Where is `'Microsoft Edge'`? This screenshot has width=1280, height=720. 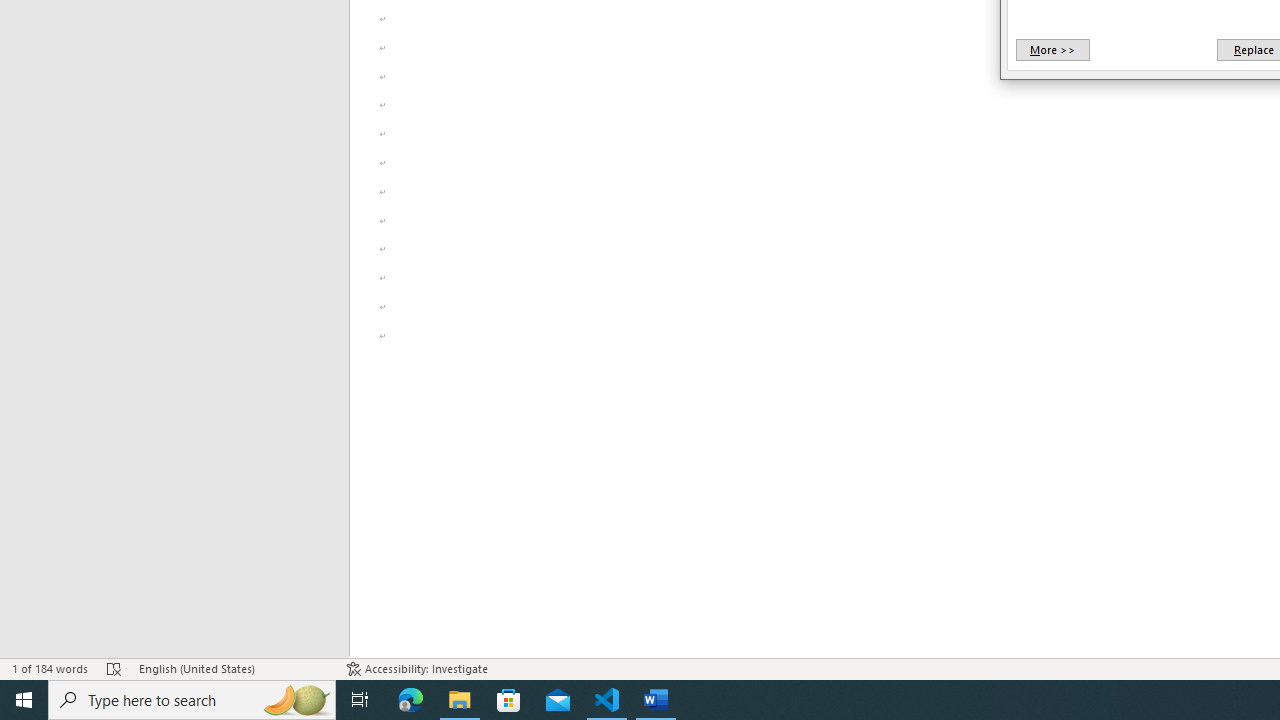
'Microsoft Edge' is located at coordinates (410, 698).